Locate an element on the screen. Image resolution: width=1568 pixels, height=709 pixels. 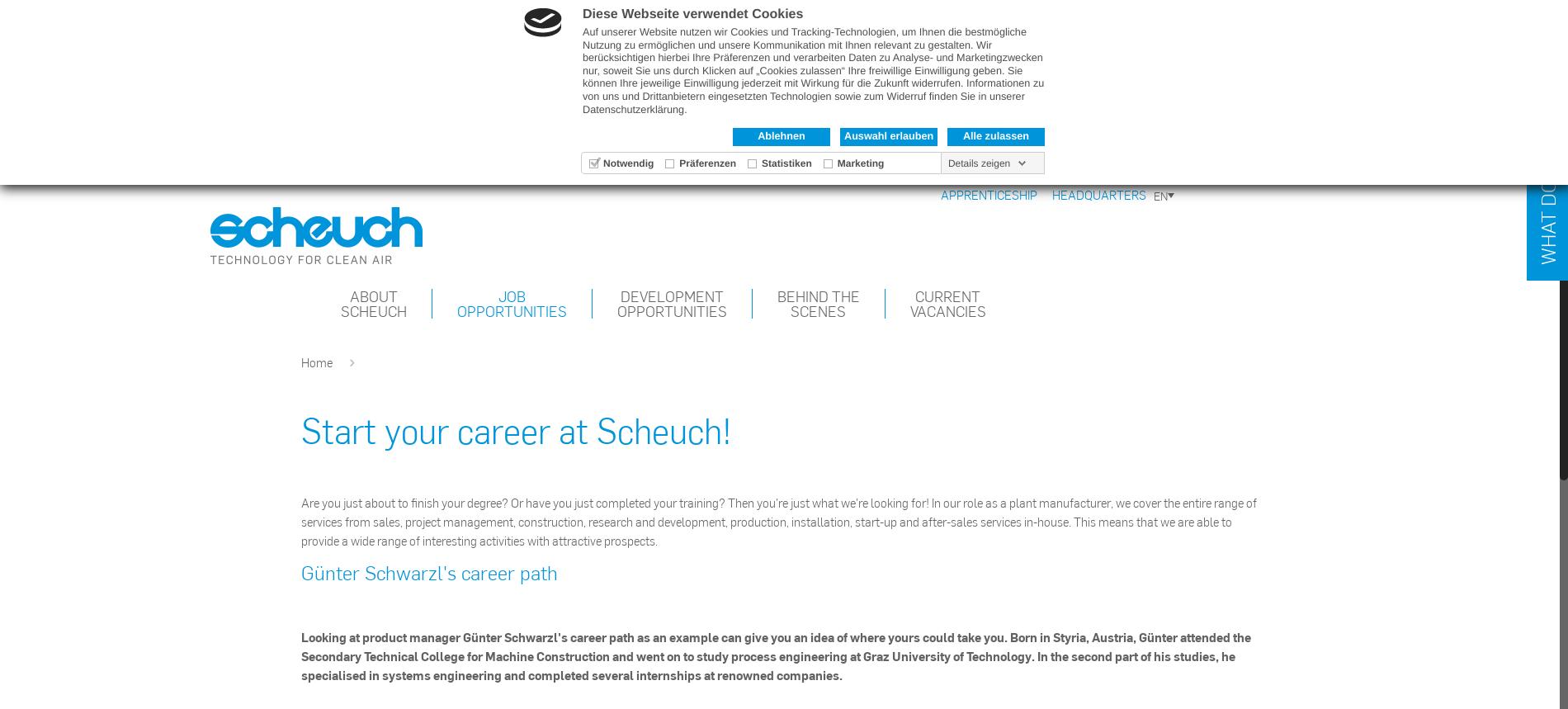
'Auf unserer Website nutzen wir Cookies und Tracking-Technologien, um Ihnen die bestmögliche Nutzung zu ermöglichen und unsere Kommunikation mit Ihnen relevant zu gestalten. Wir berücksichtigen hierbei Ihre Präferenzen und verarbeiten Daten zu Analyse- und Marketingzwecken nur, soweit Sie uns durch Klicken auf „Cookies zulassen“ Ihre freiwillige Einwilligung geben. Sie können Ihre jeweilige Einwilligung jederzeit mit Wirkung für die Zukunft widerrufen. Informationen zu von uns und Drittanbietern eingesetzten Technologien sowie zum Widerruf finden Sie in unserer' is located at coordinates (583, 63).